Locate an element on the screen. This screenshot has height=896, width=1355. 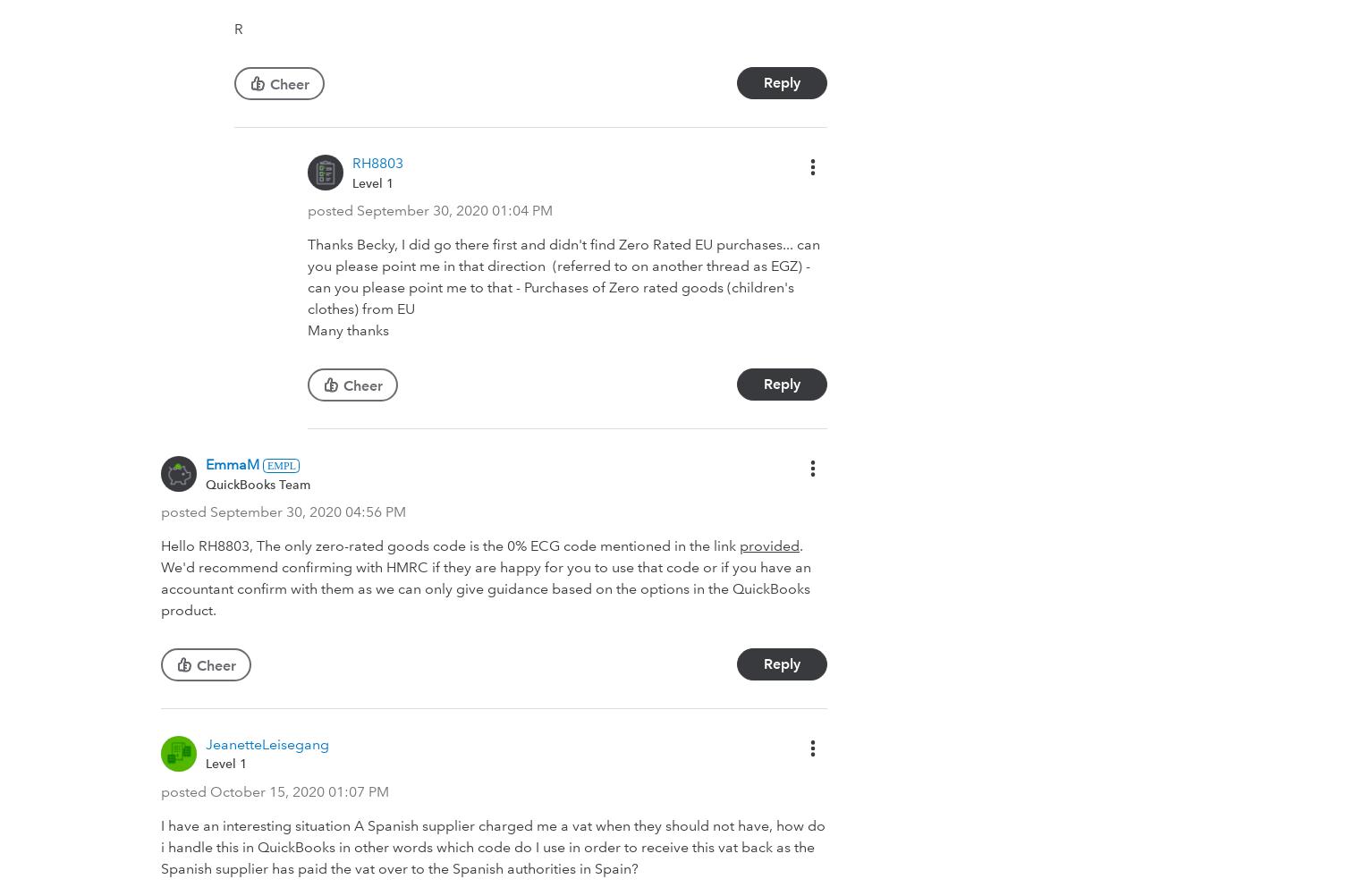
'01:07 PM' is located at coordinates (359, 791).